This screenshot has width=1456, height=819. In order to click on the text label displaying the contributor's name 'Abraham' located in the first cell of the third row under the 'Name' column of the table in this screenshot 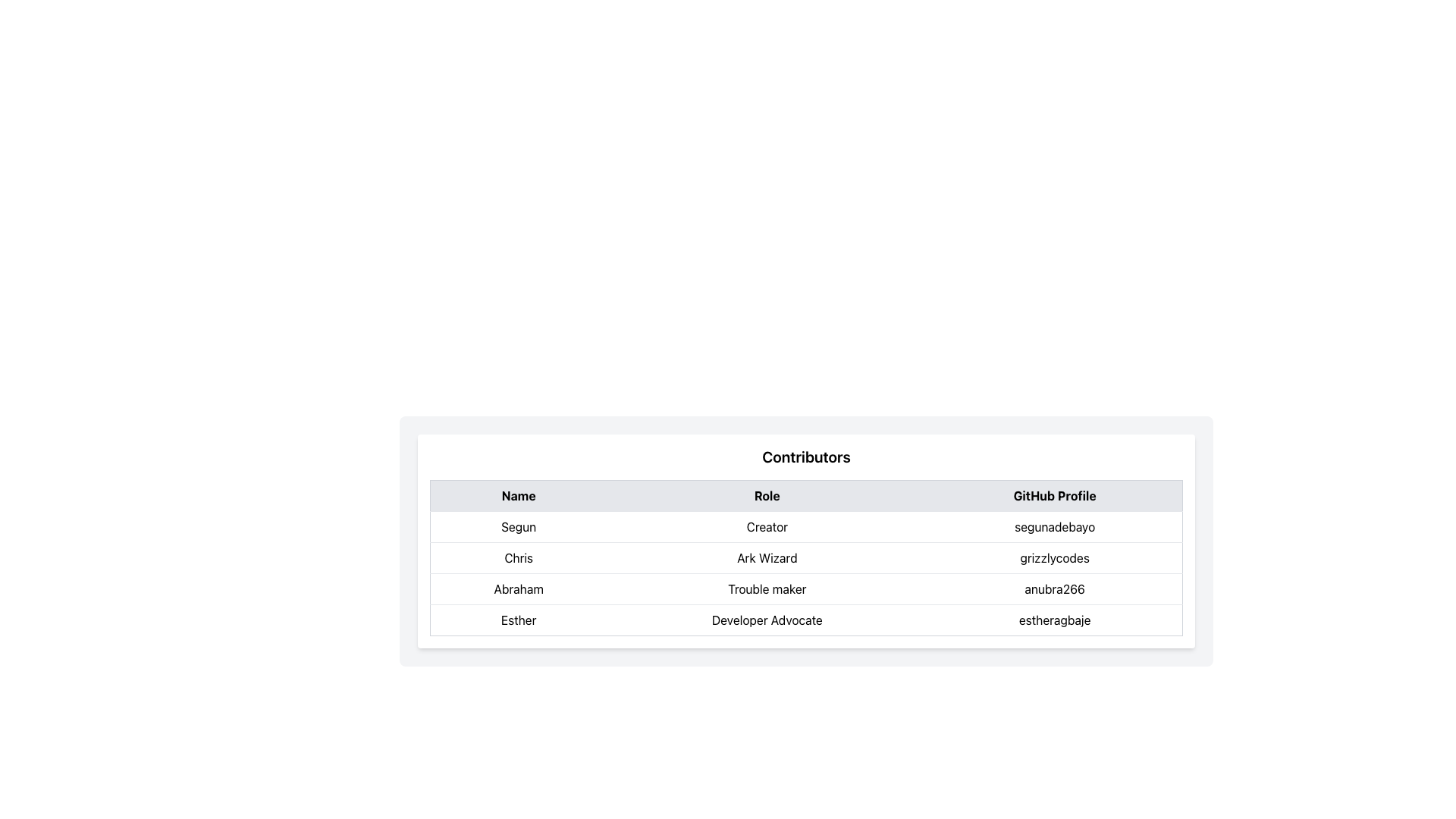, I will do `click(518, 588)`.